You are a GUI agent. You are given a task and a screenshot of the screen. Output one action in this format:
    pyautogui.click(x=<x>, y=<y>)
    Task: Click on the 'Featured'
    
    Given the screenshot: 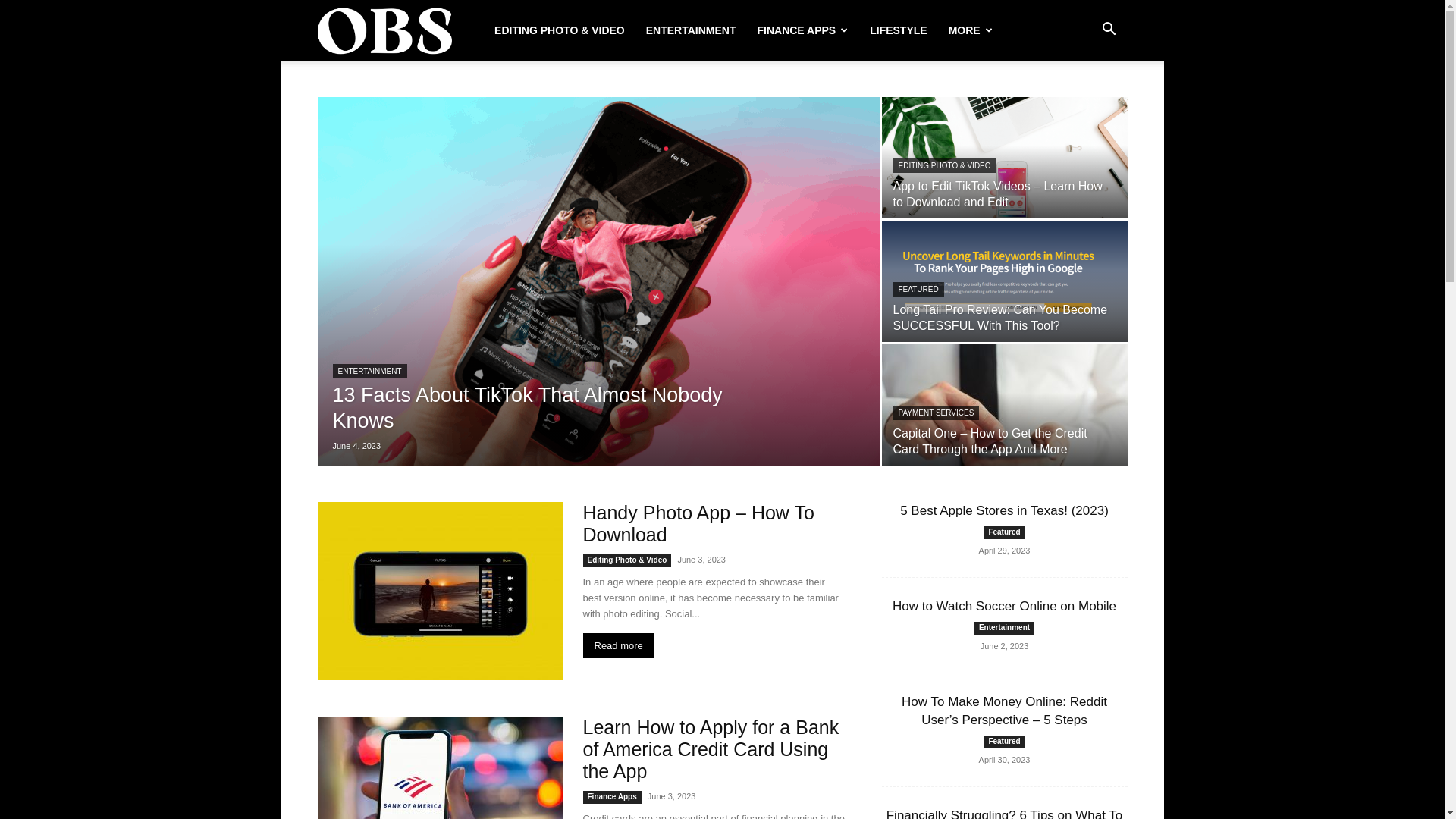 What is the action you would take?
    pyautogui.click(x=1004, y=532)
    